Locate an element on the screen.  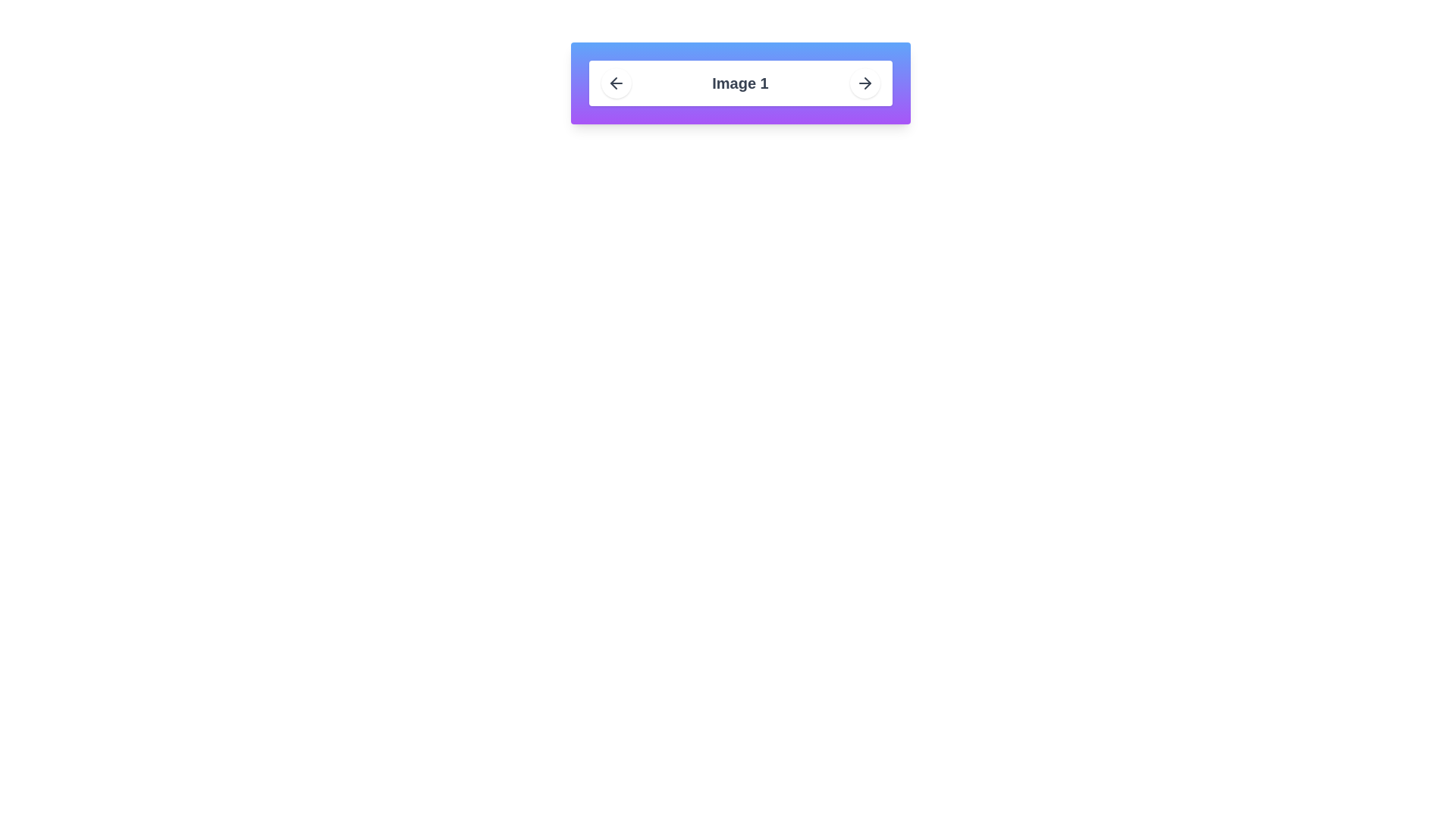
the rightmost IconButton in the horizontal navigation control bar is located at coordinates (864, 83).